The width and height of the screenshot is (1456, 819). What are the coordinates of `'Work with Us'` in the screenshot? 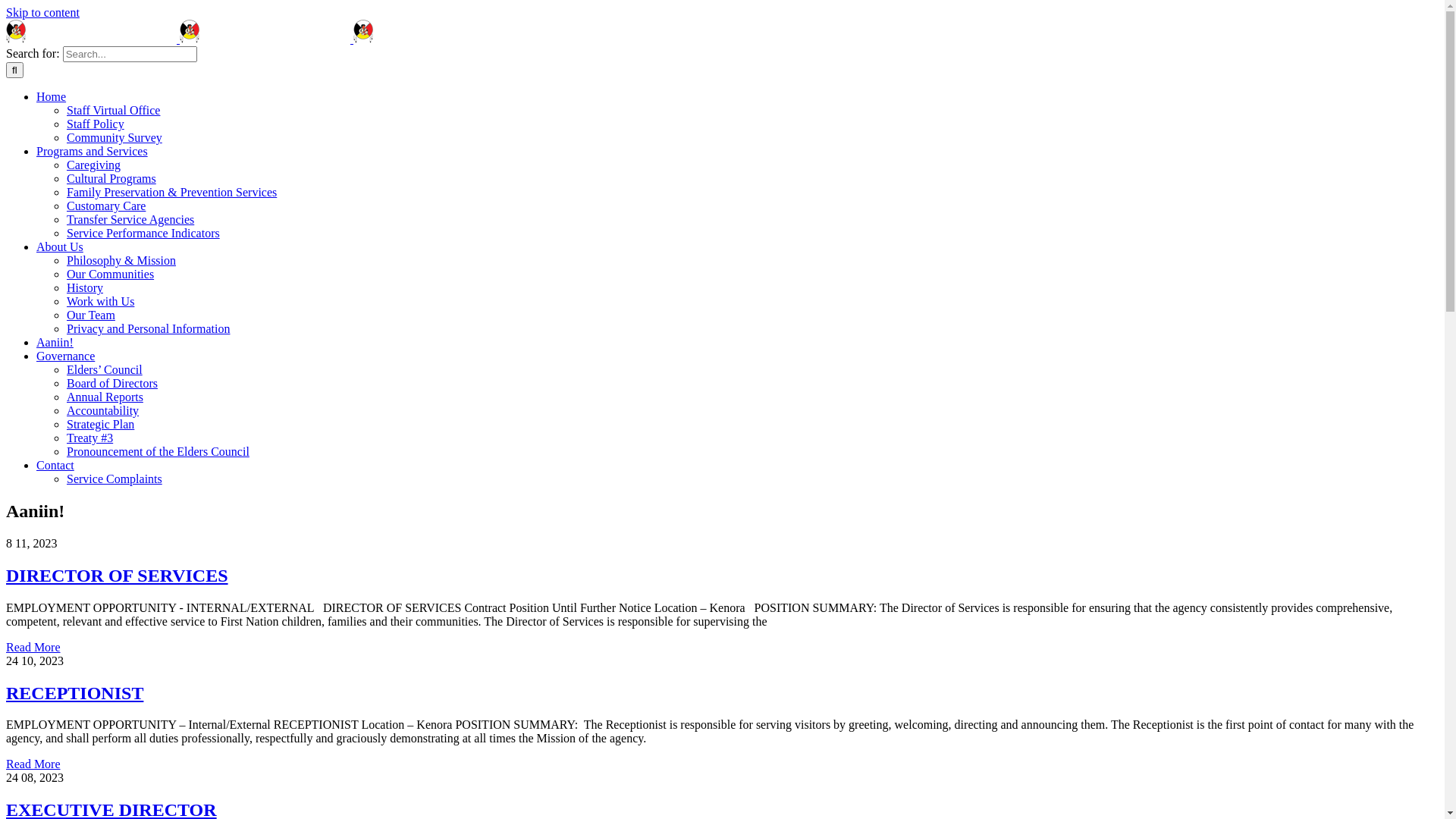 It's located at (99, 301).